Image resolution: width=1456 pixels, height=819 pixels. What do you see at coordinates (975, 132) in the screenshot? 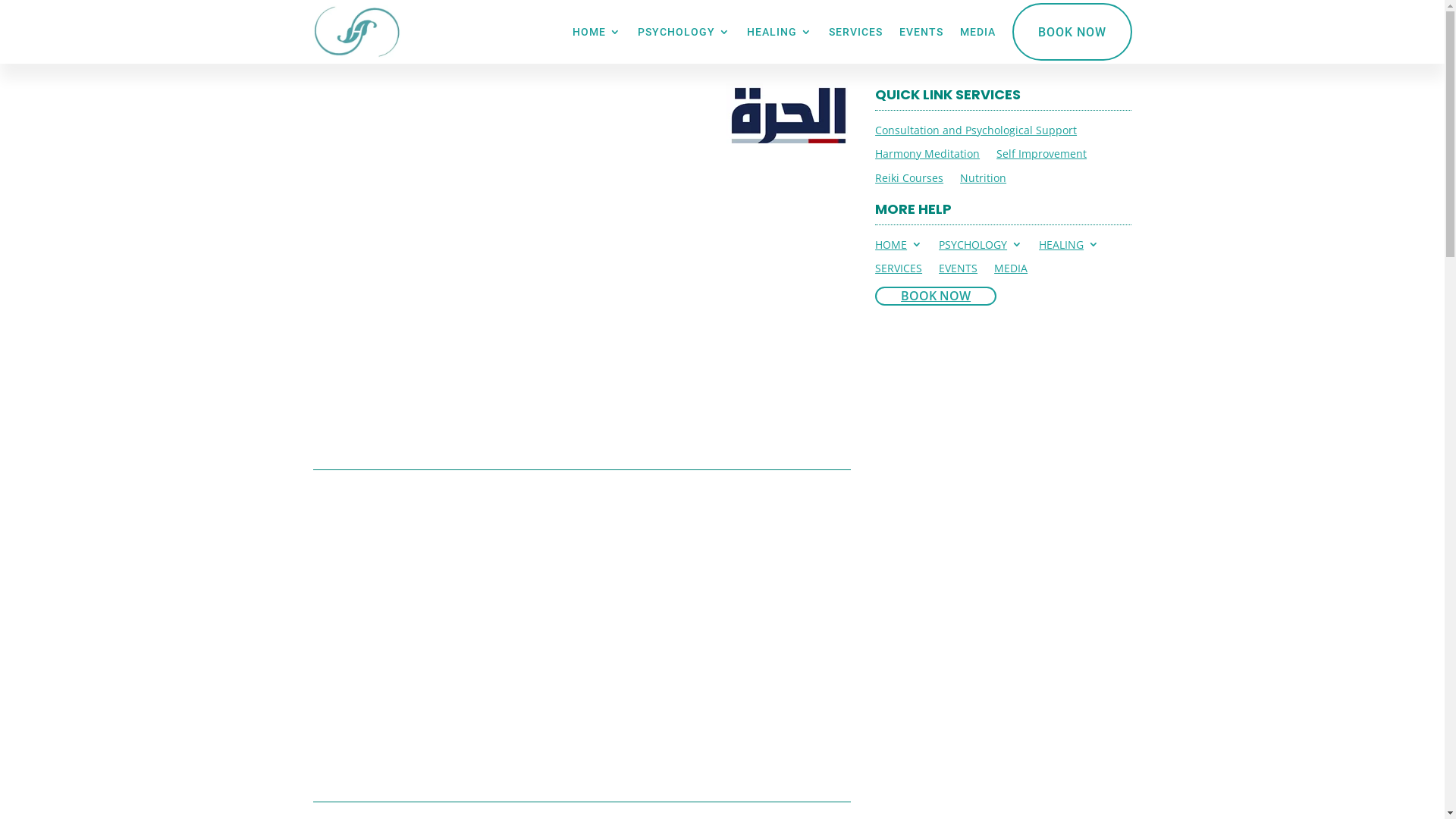
I see `'Consultation and Psychological Support'` at bounding box center [975, 132].